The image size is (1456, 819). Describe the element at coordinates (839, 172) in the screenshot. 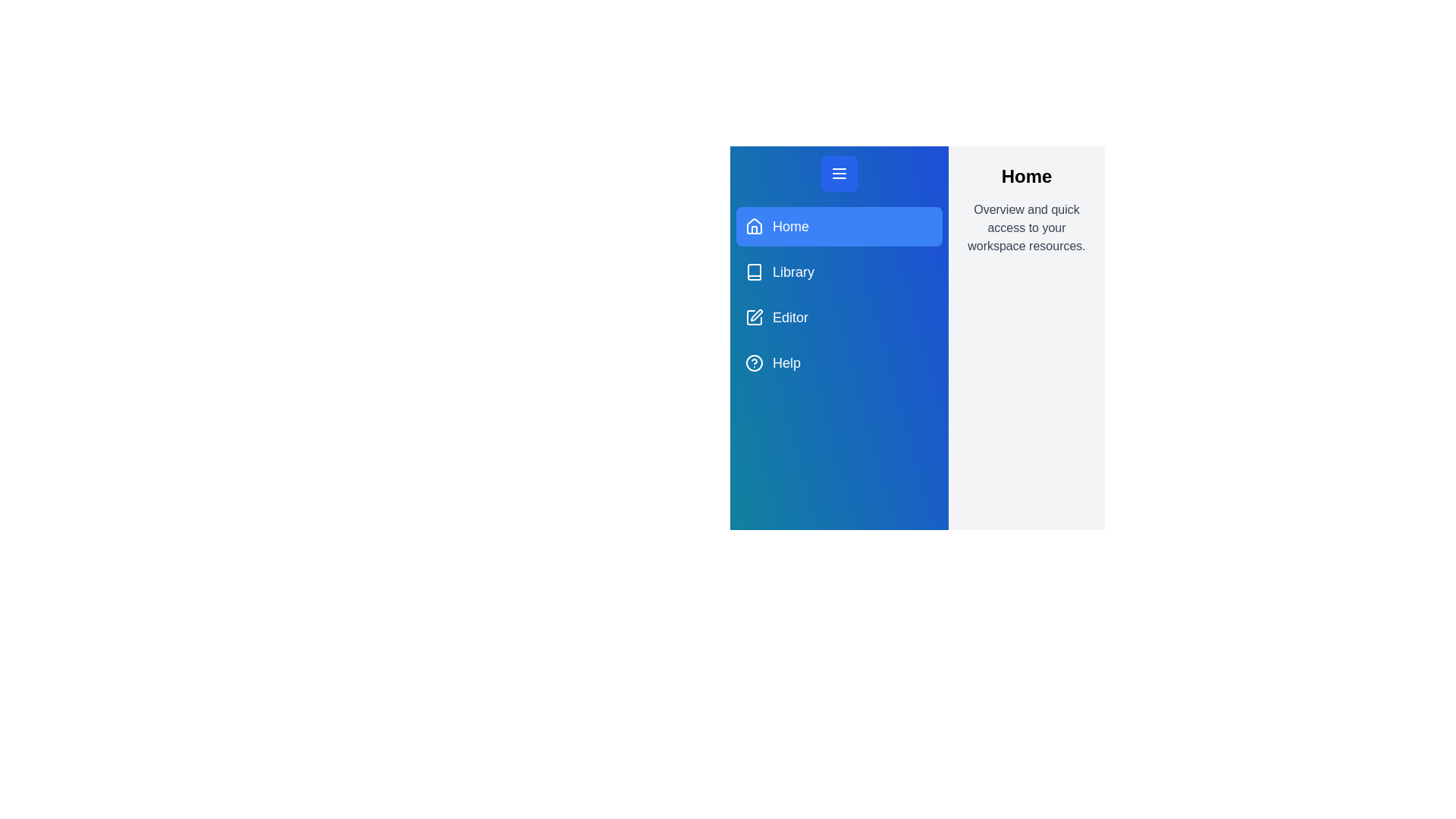

I see `the menu button to toggle the left drawer` at that location.